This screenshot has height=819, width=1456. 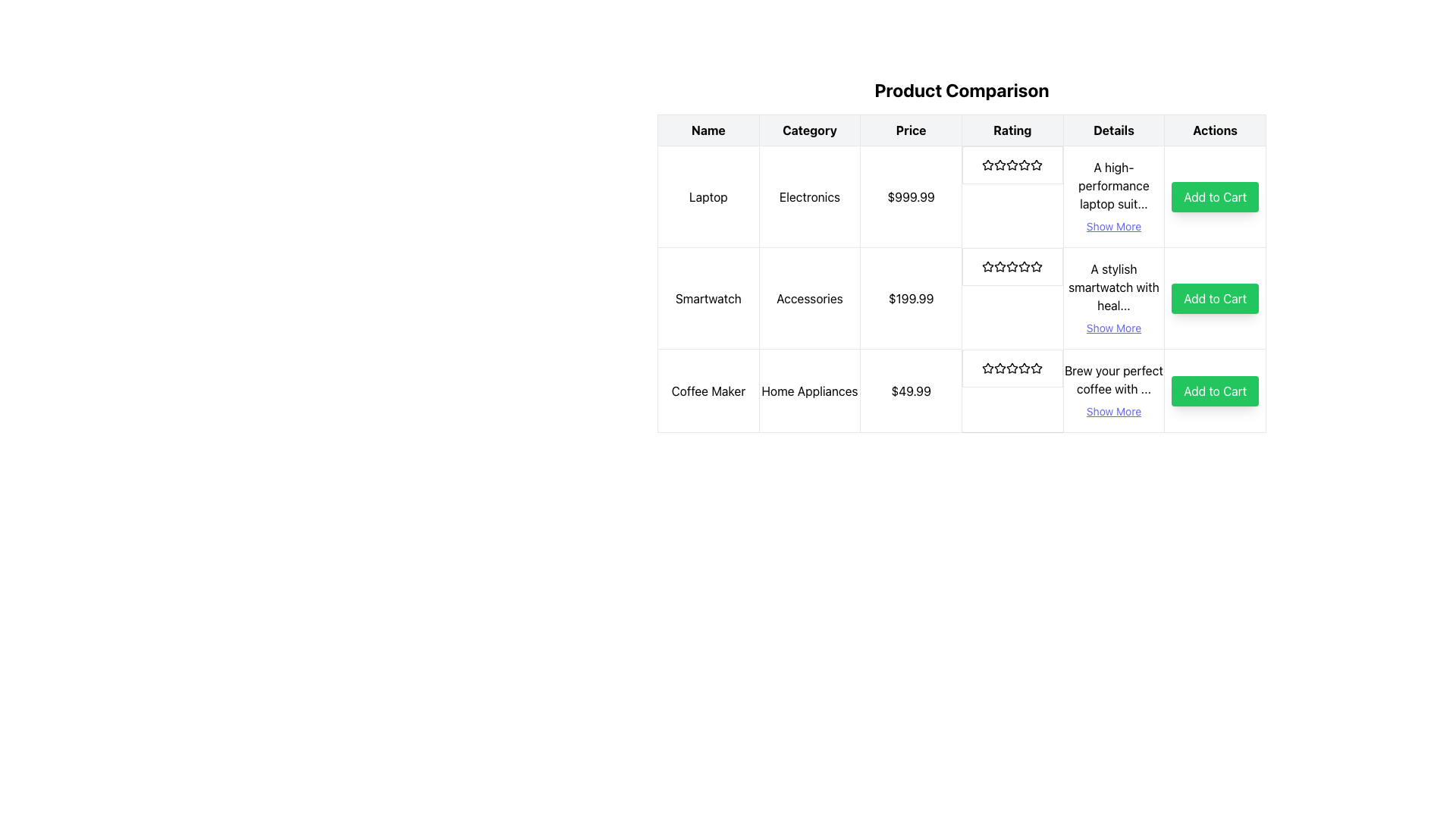 What do you see at coordinates (1012, 368) in the screenshot?
I see `the third rating star in the 'Rating' column of the 'Product Comparison' table for the 'Coffee Maker' row` at bounding box center [1012, 368].